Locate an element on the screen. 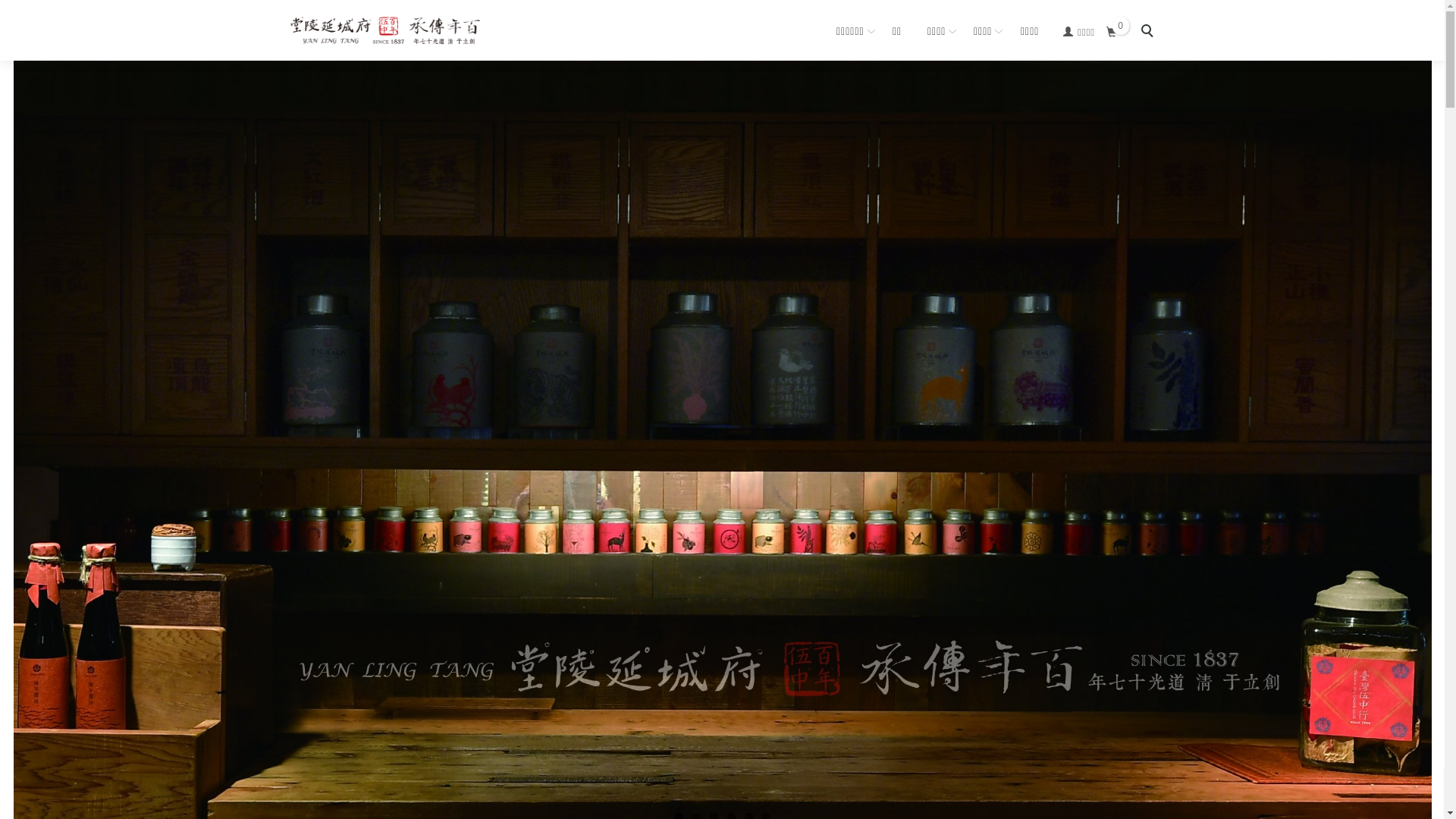  '0' is located at coordinates (1111, 32).